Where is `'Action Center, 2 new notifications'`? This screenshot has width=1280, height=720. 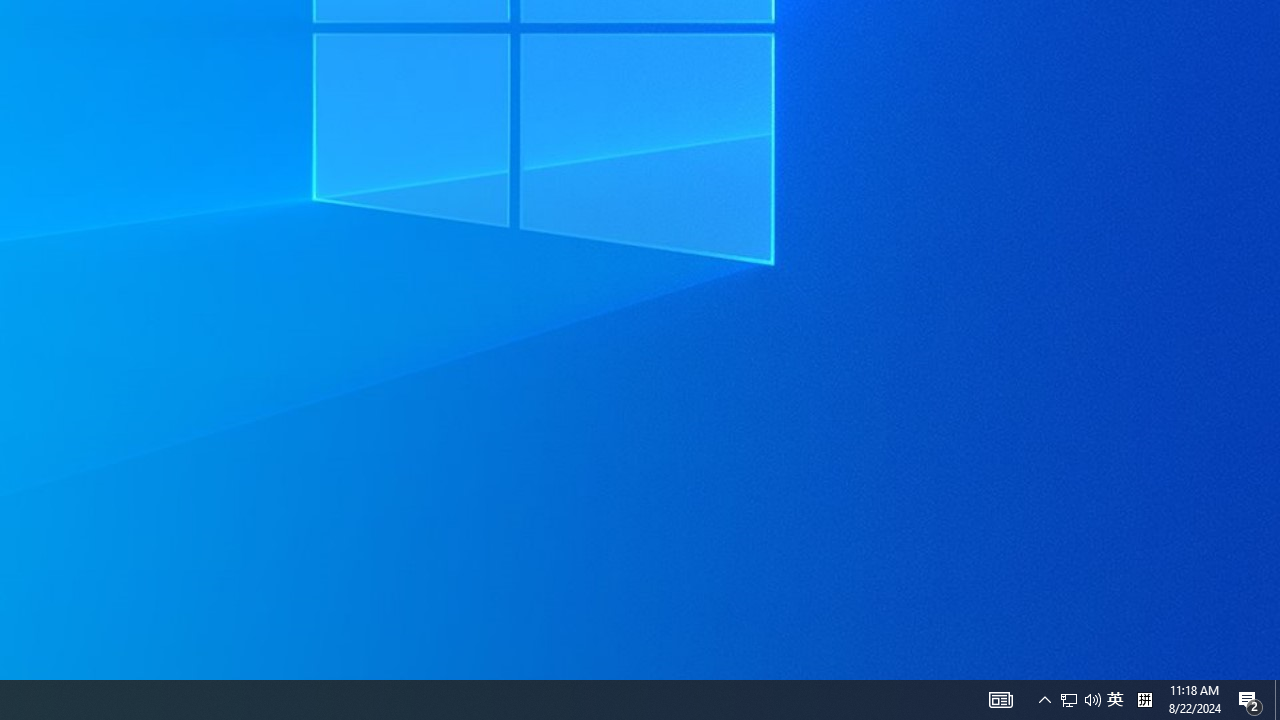
'Action Center, 2 new notifications' is located at coordinates (1250, 698).